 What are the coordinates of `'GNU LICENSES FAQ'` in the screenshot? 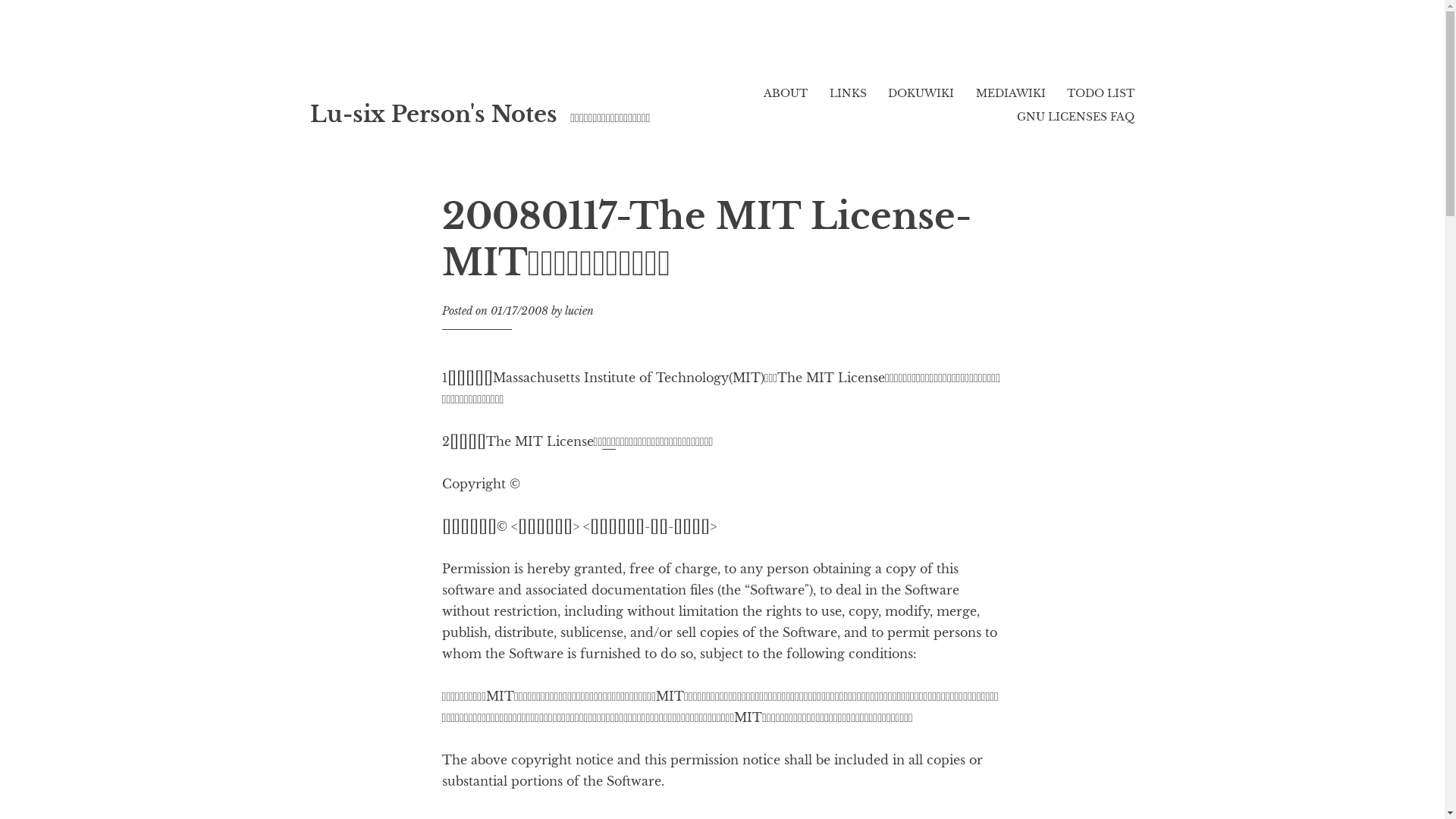 It's located at (1016, 116).